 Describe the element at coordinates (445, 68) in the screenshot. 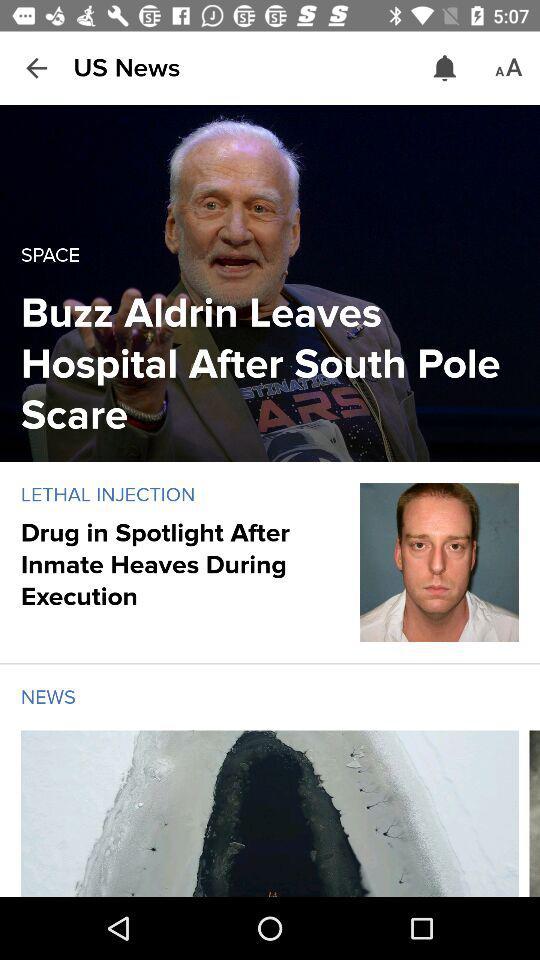

I see `the item to the right of the us news` at that location.